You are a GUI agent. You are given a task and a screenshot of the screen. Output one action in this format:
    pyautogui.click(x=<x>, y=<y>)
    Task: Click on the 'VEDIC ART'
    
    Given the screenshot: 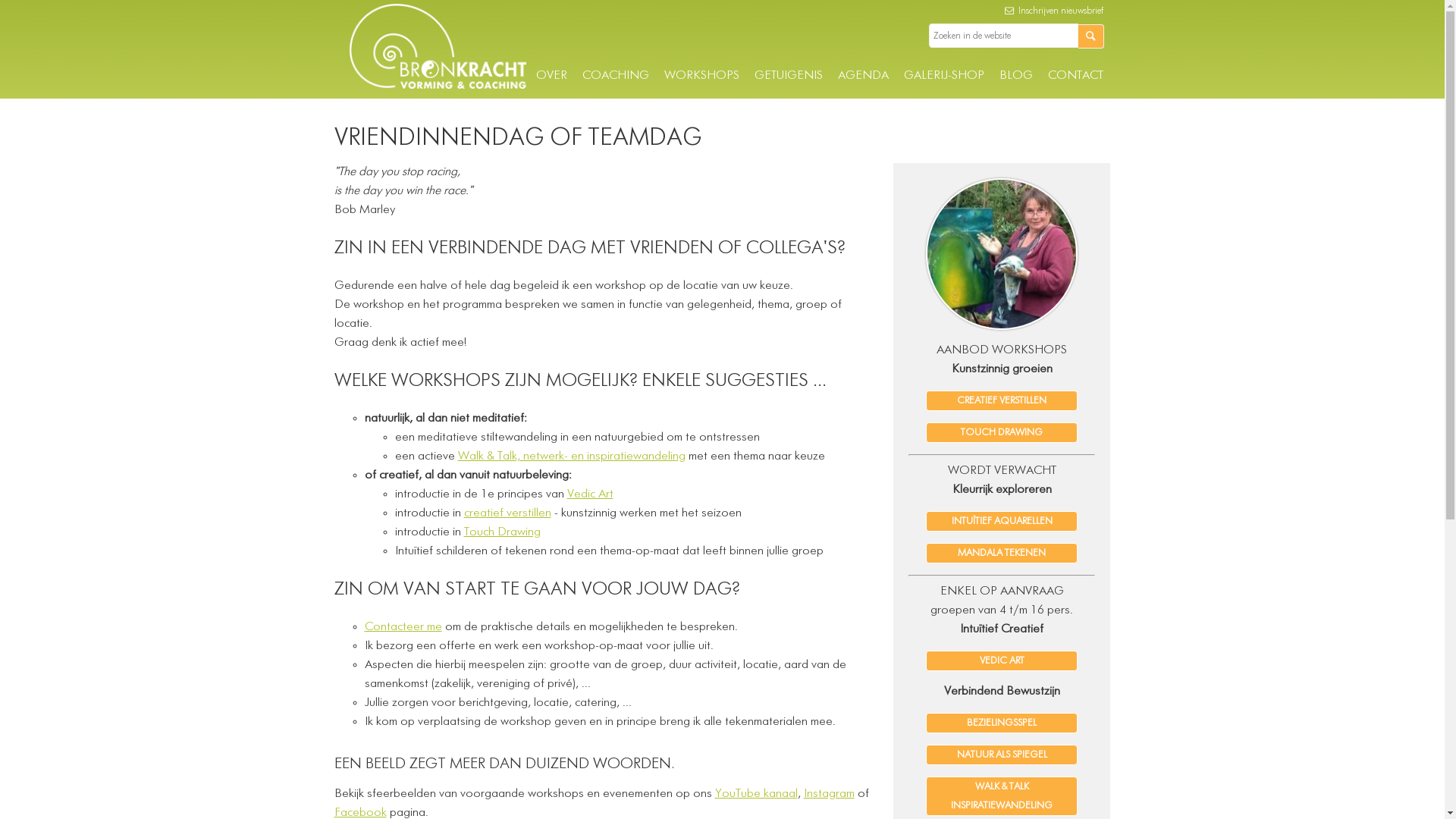 What is the action you would take?
    pyautogui.click(x=1001, y=660)
    